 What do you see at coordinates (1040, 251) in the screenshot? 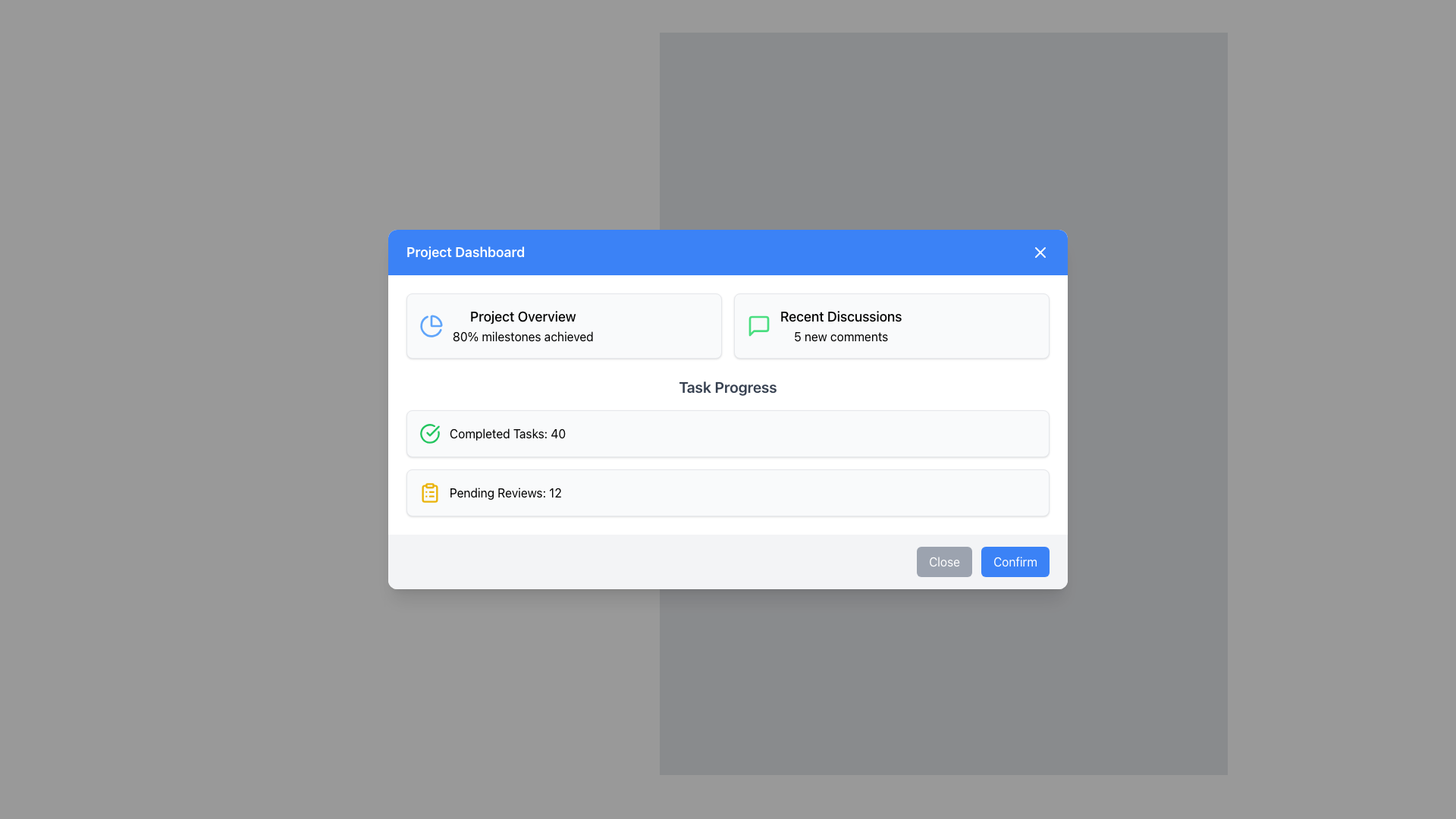
I see `the close icon button located at the top-right corner of the 'Project Dashboard' dialog box` at bounding box center [1040, 251].